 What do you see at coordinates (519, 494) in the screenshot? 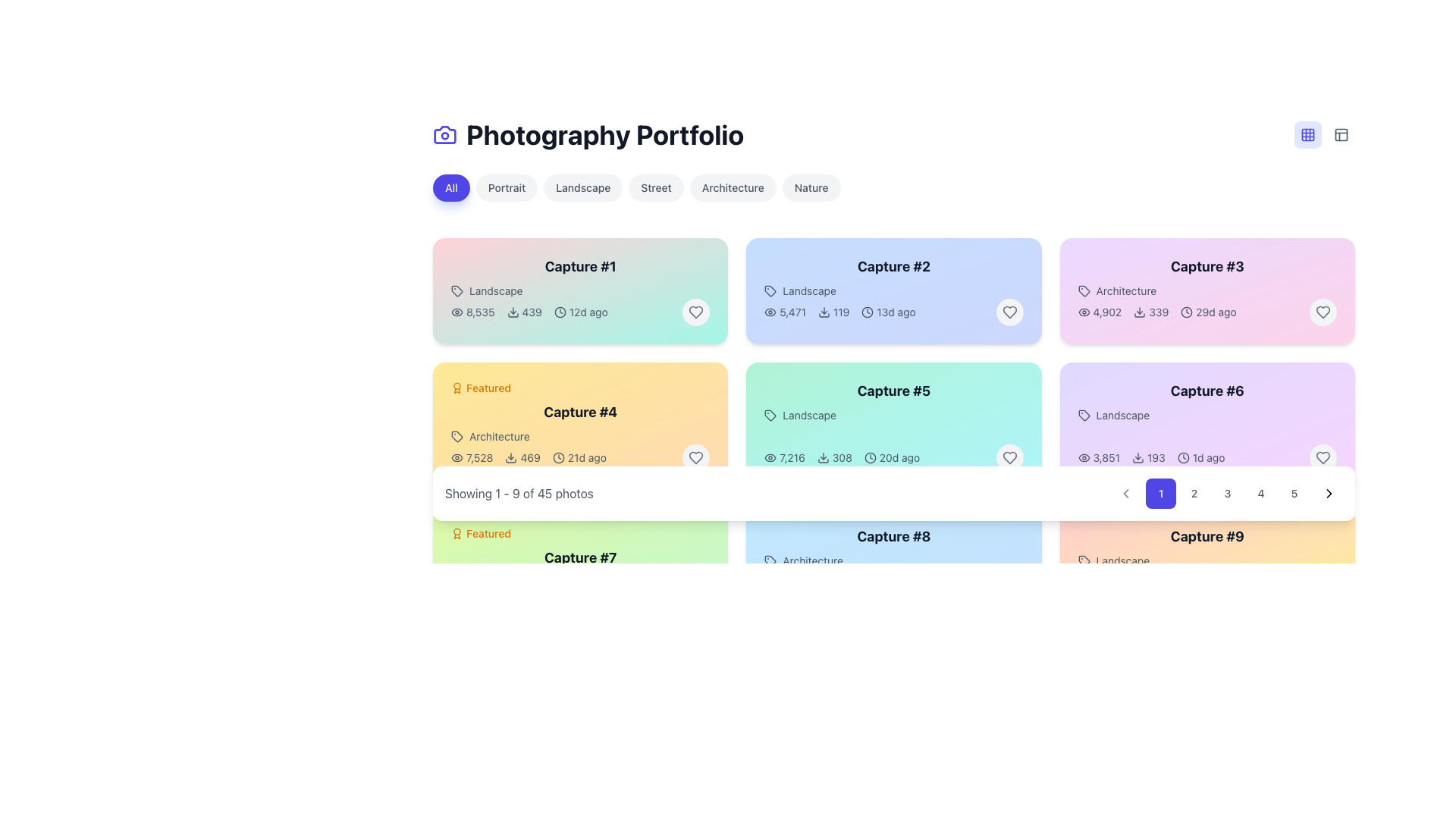
I see `information displayed in the Text Label located in the bottom section of the interface, next to pagination controls` at bounding box center [519, 494].